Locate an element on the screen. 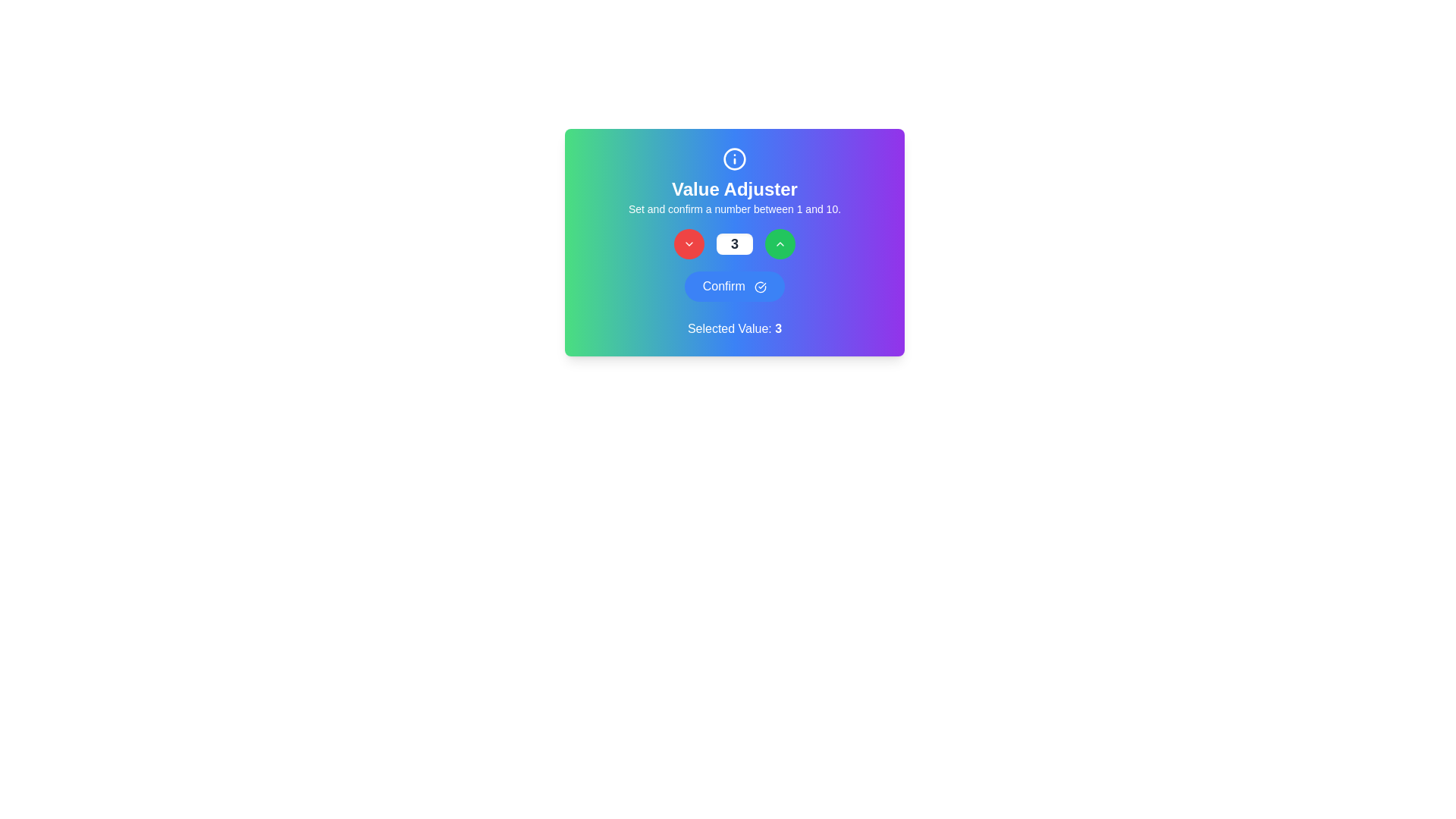 The image size is (1456, 819). the circular red button with a white downwards arrow to experience the hover effect is located at coordinates (688, 243).